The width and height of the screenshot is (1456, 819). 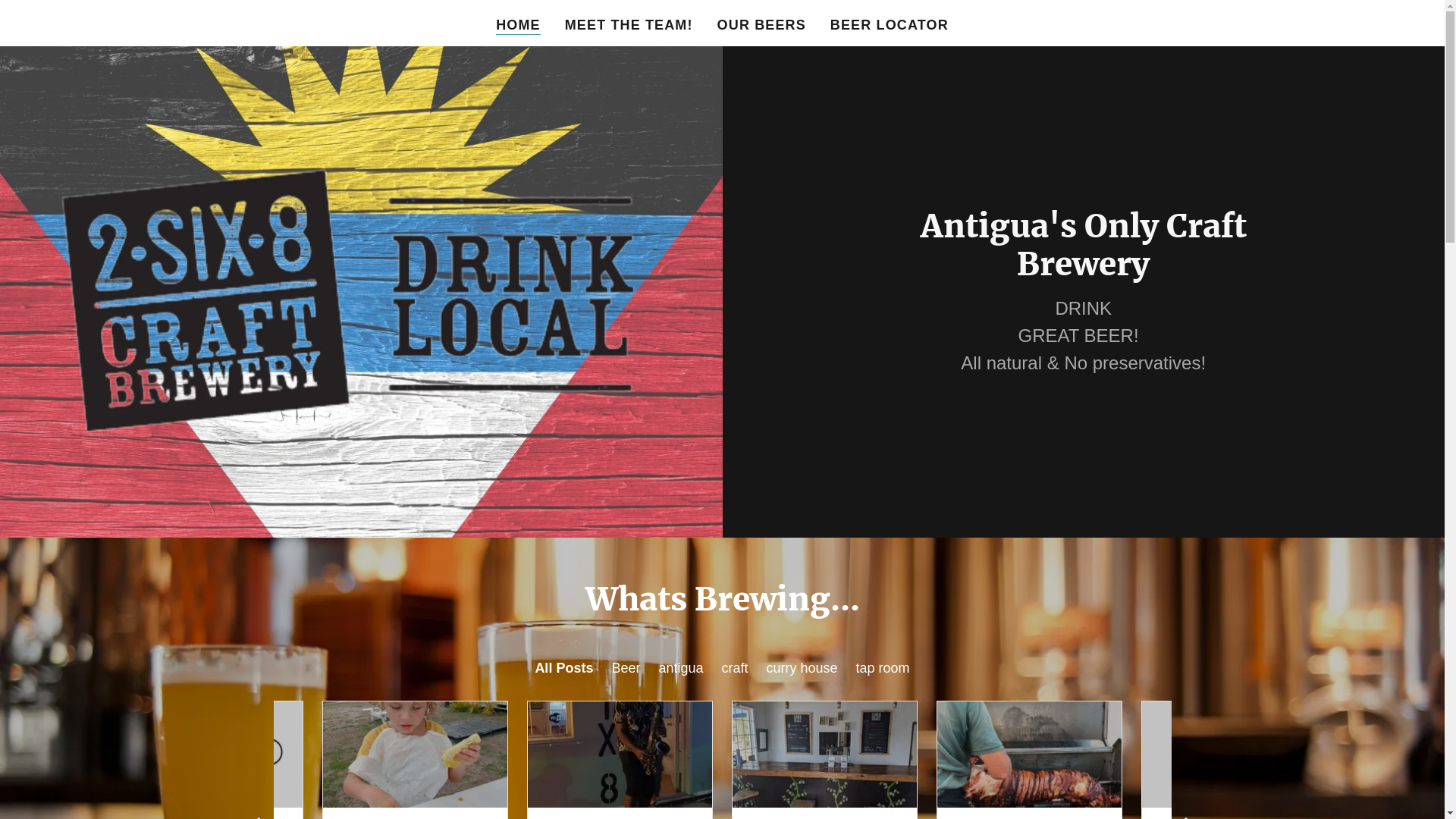 What do you see at coordinates (761, 25) in the screenshot?
I see `'OUR BEERS'` at bounding box center [761, 25].